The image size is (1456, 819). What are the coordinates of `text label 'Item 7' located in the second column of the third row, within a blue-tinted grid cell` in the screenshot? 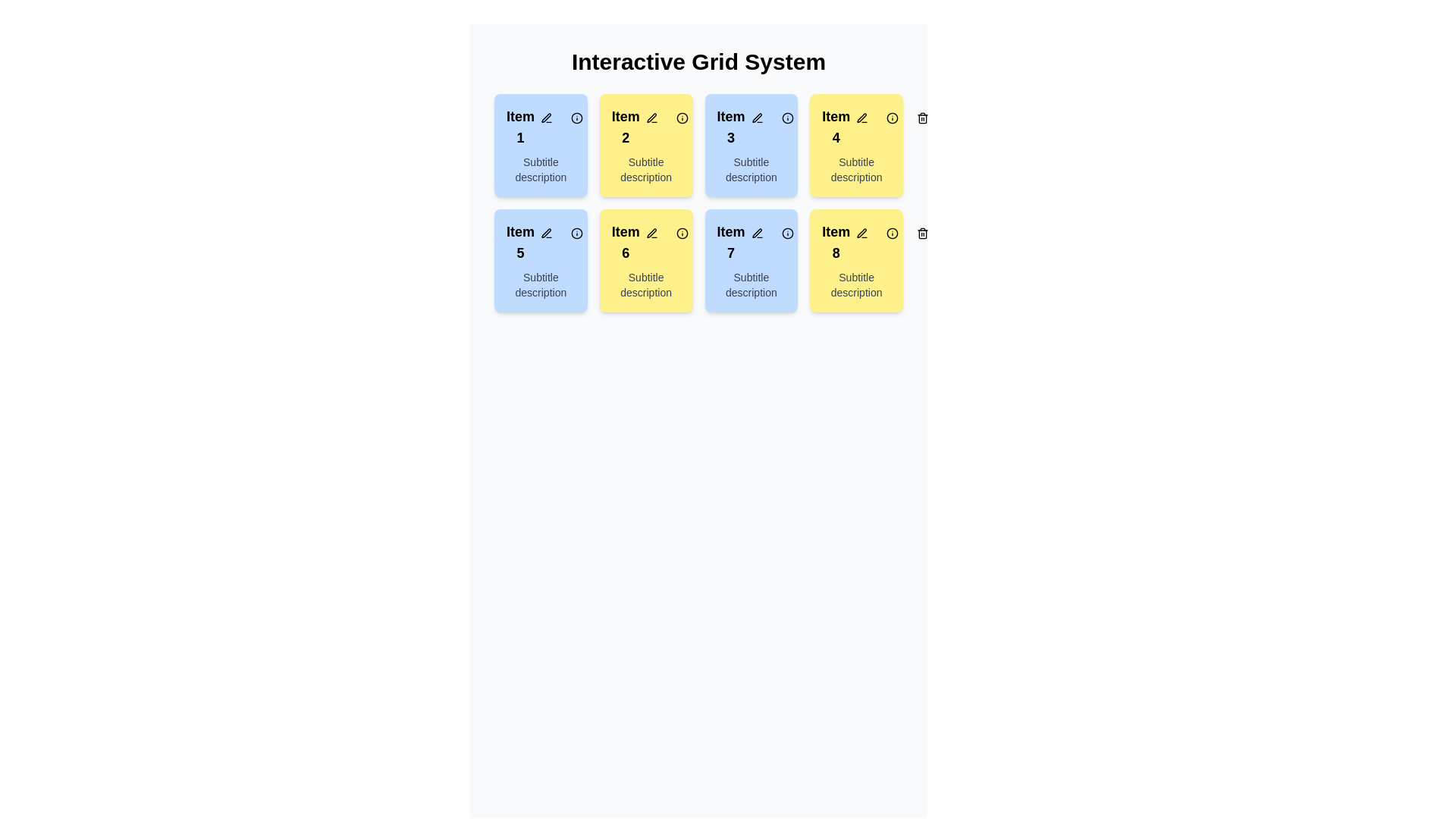 It's located at (731, 242).